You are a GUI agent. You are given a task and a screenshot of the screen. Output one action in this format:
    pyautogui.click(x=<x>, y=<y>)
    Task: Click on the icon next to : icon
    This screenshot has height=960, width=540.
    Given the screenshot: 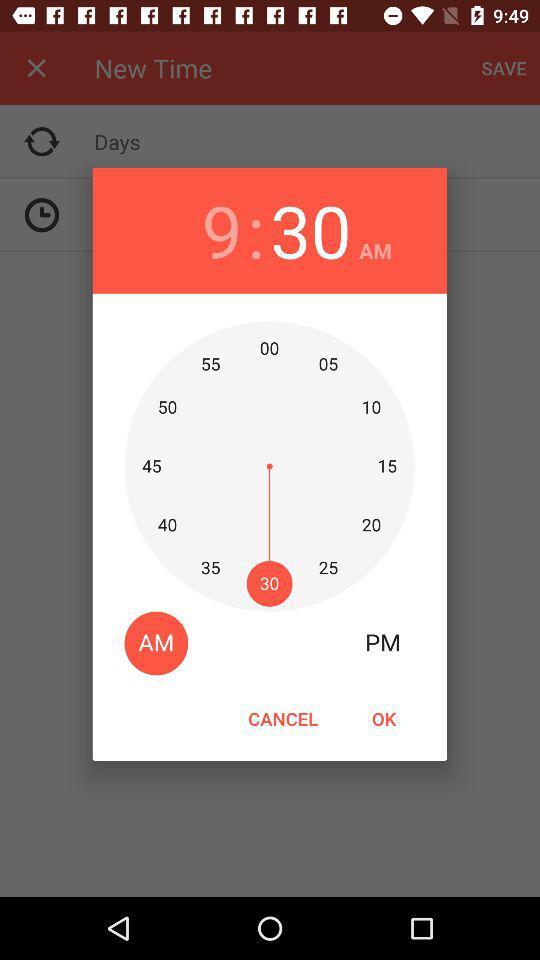 What is the action you would take?
    pyautogui.click(x=220, y=230)
    